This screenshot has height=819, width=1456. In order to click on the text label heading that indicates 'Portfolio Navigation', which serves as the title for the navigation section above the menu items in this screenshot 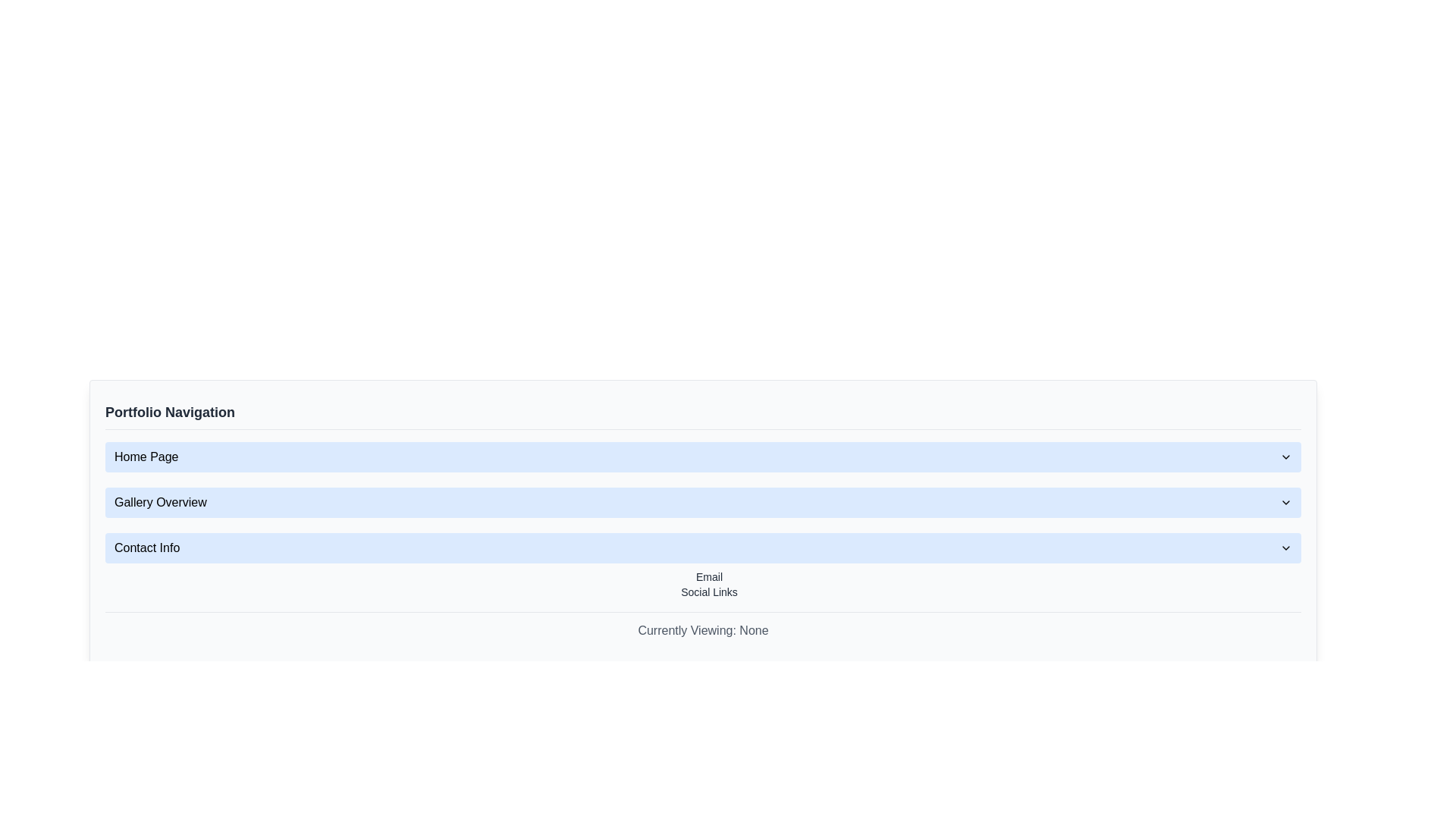, I will do `click(170, 412)`.